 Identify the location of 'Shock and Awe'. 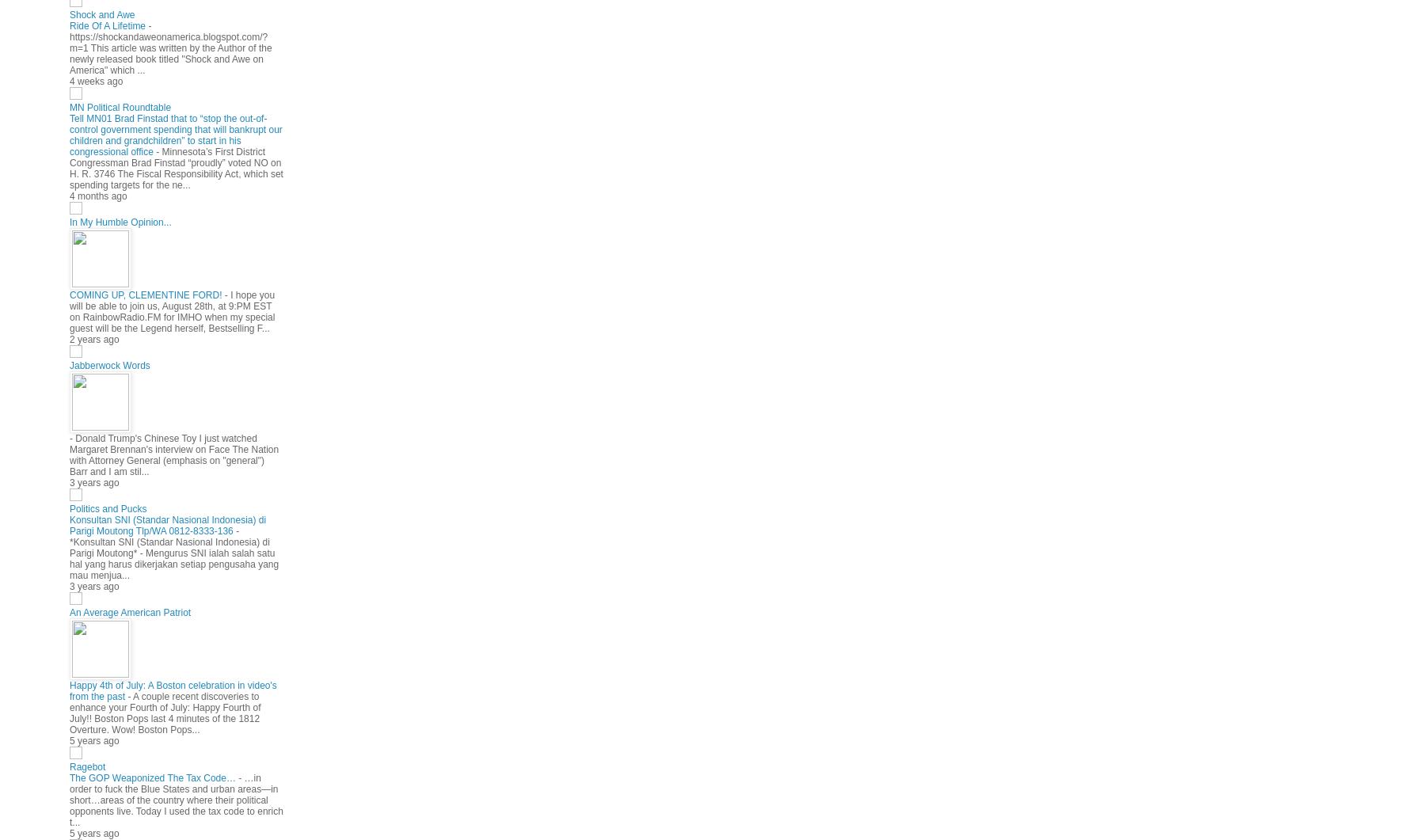
(101, 14).